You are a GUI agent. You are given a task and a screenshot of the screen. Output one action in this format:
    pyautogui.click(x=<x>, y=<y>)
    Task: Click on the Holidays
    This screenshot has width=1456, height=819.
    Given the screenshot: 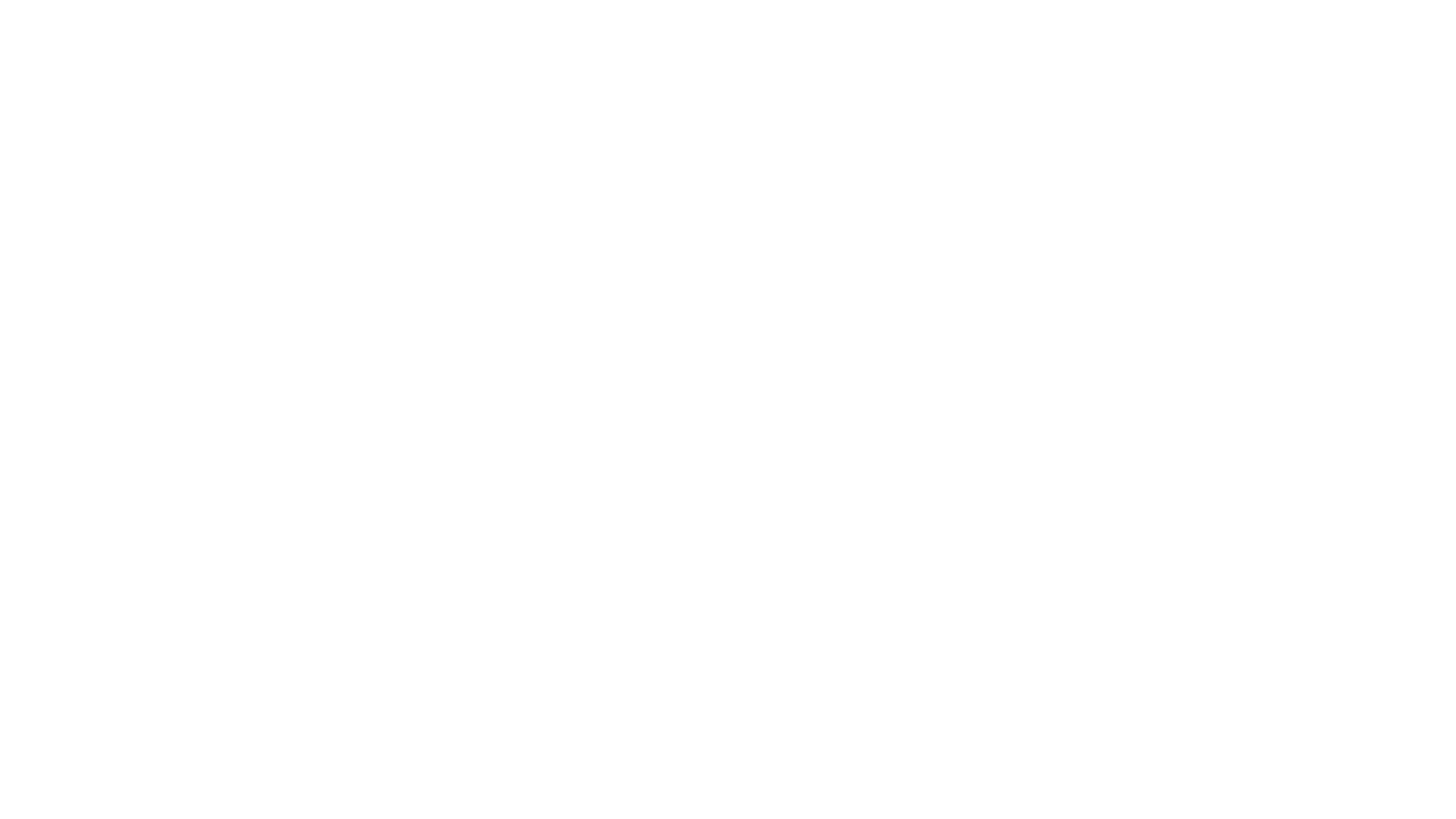 What is the action you would take?
    pyautogui.click(x=728, y=318)
    